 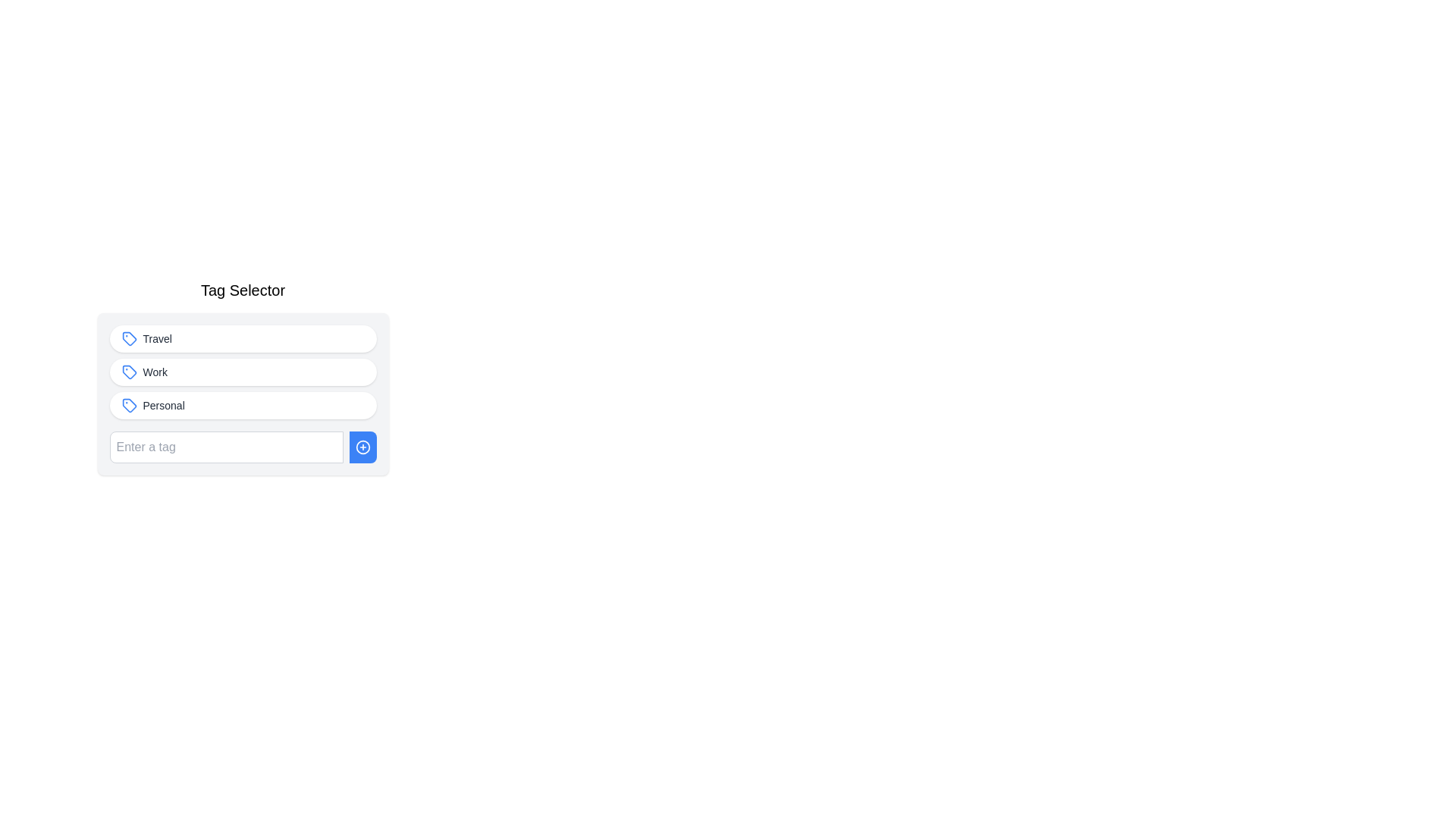 I want to click on the 'Work' label button, which is the second button in a vertical list of three buttons, so click(x=155, y=372).